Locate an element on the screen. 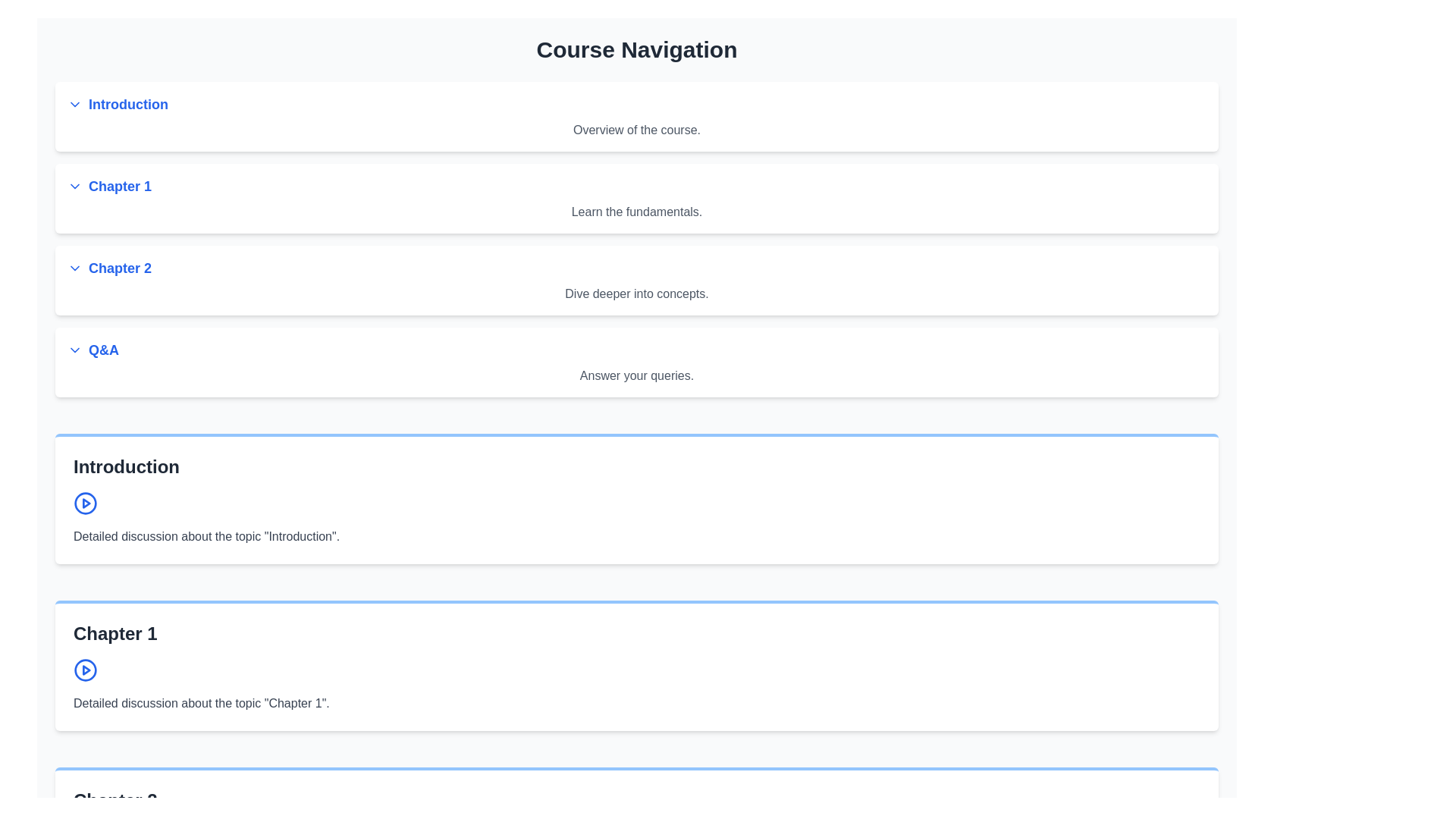 This screenshot has height=819, width=1456. the Play button located in the 'Introduction' section is located at coordinates (85, 503).